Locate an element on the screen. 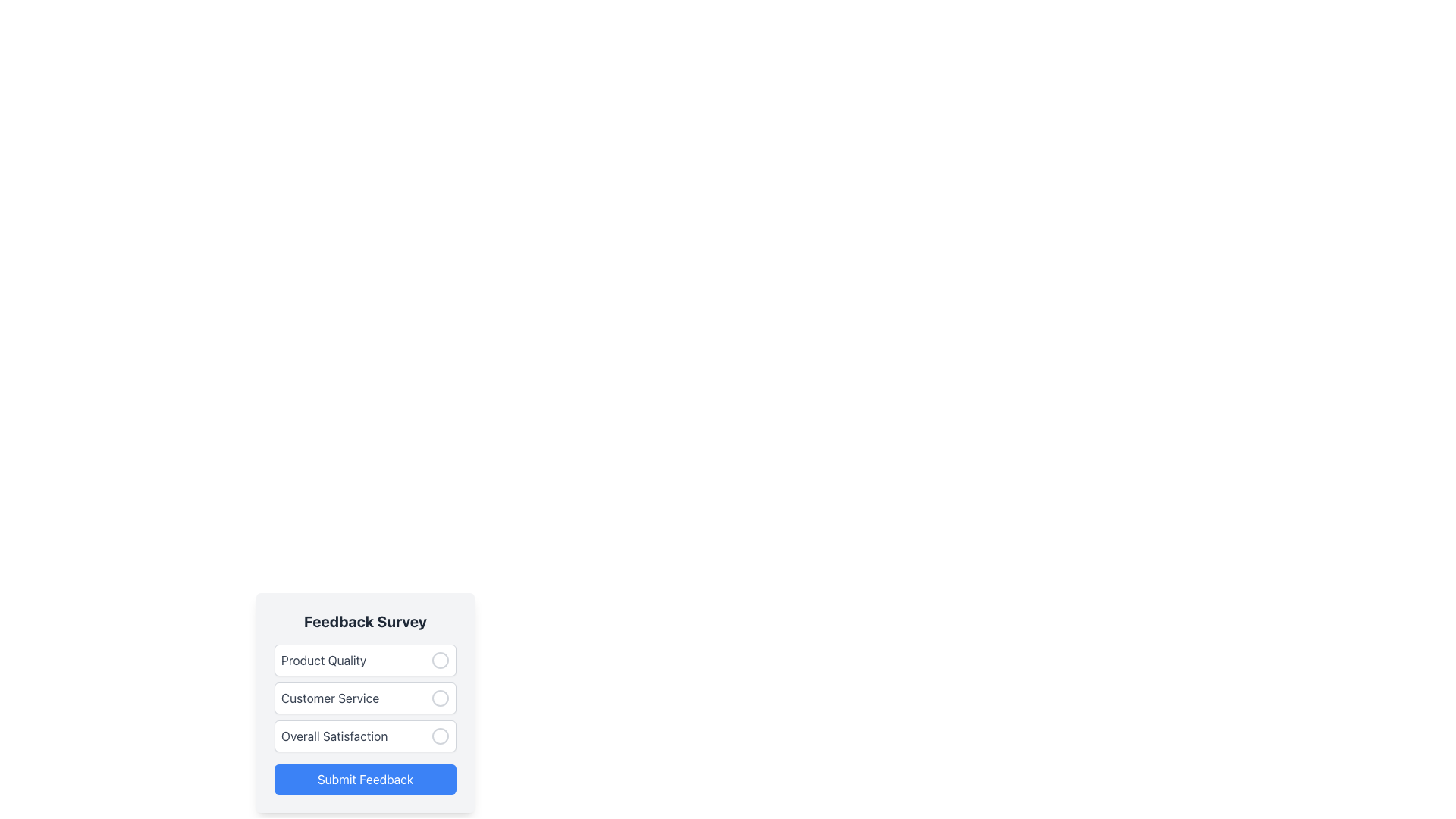 The image size is (1456, 819). the mouse over the group of selectable options (radio buttons) in the Feedback Survey is located at coordinates (365, 698).